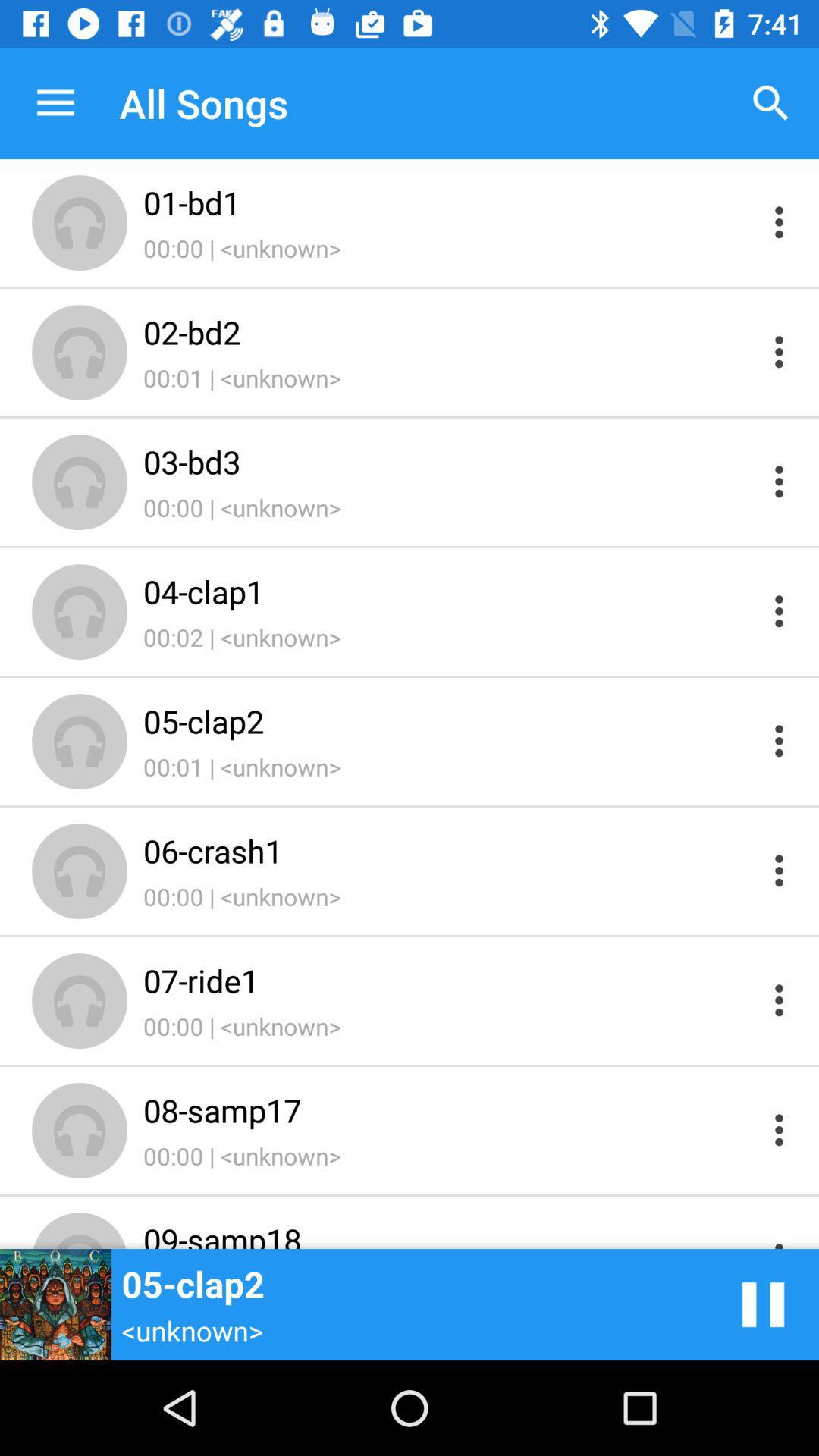 Image resolution: width=819 pixels, height=1456 pixels. Describe the element at coordinates (779, 221) in the screenshot. I see `more options` at that location.